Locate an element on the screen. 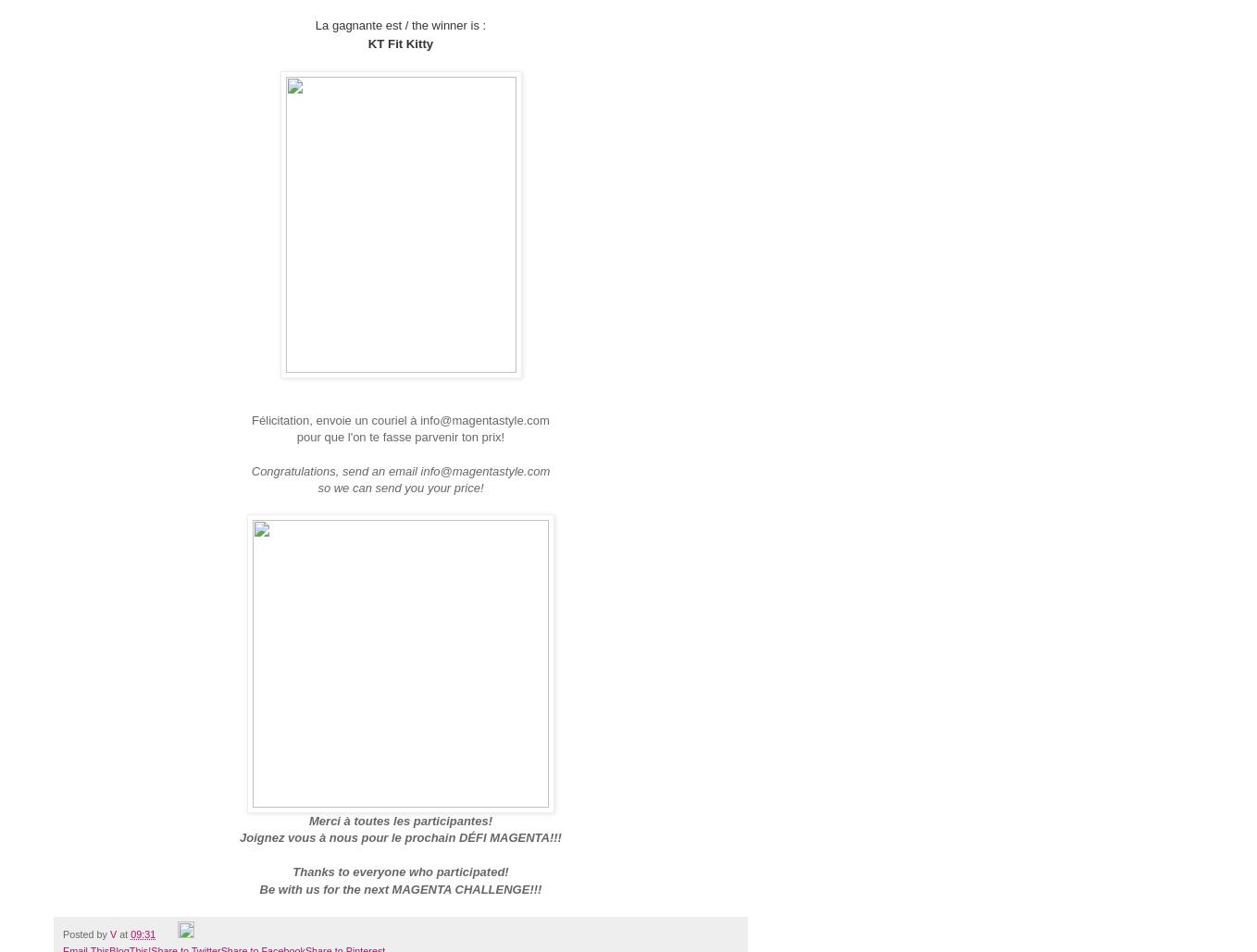 This screenshot has height=952, width=1257. 'Posted by' is located at coordinates (63, 933).